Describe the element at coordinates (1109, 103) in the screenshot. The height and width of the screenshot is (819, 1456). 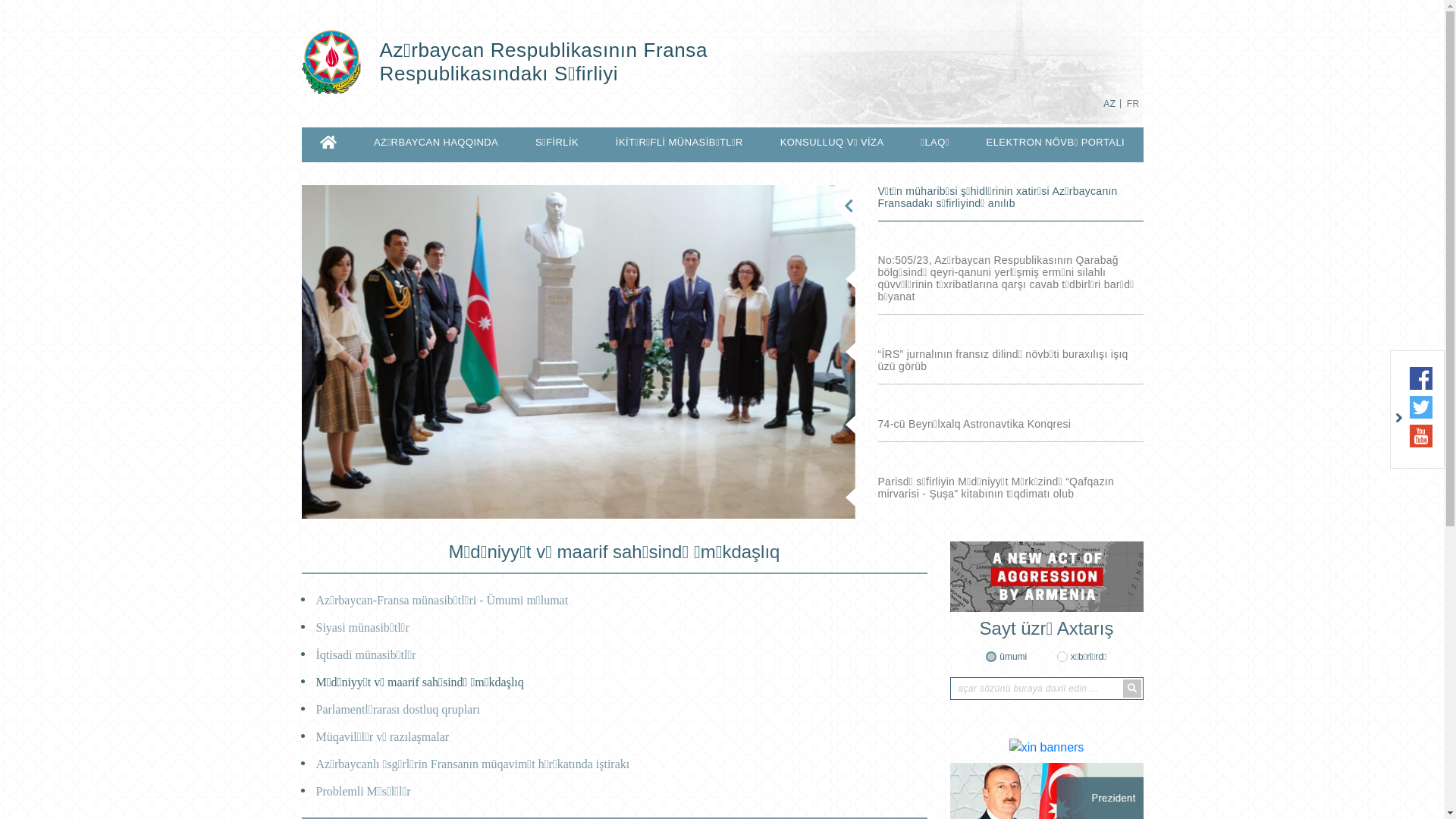
I see `'AZ'` at that location.